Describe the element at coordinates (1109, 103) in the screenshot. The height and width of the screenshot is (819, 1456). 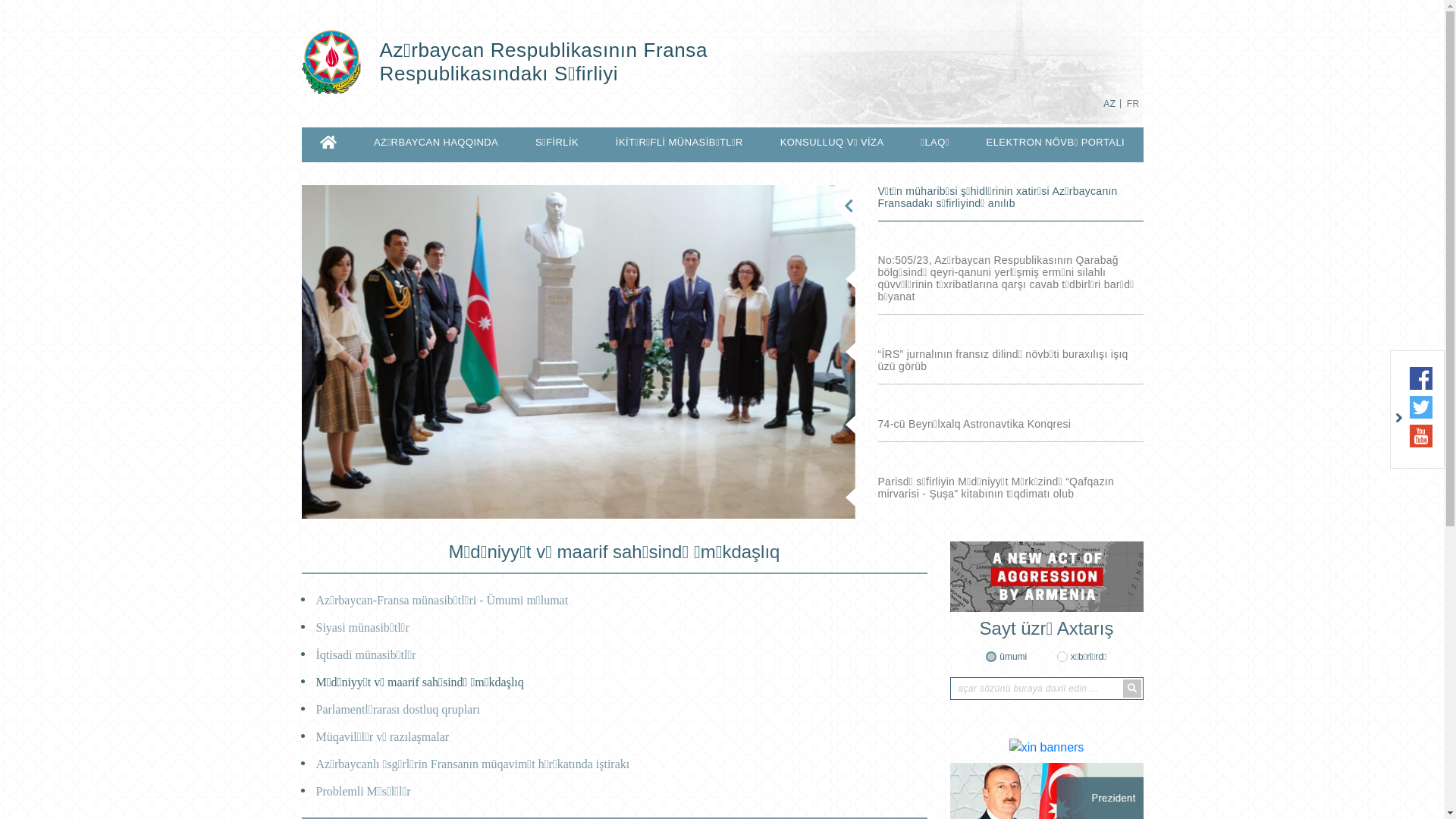
I see `'AZ'` at that location.